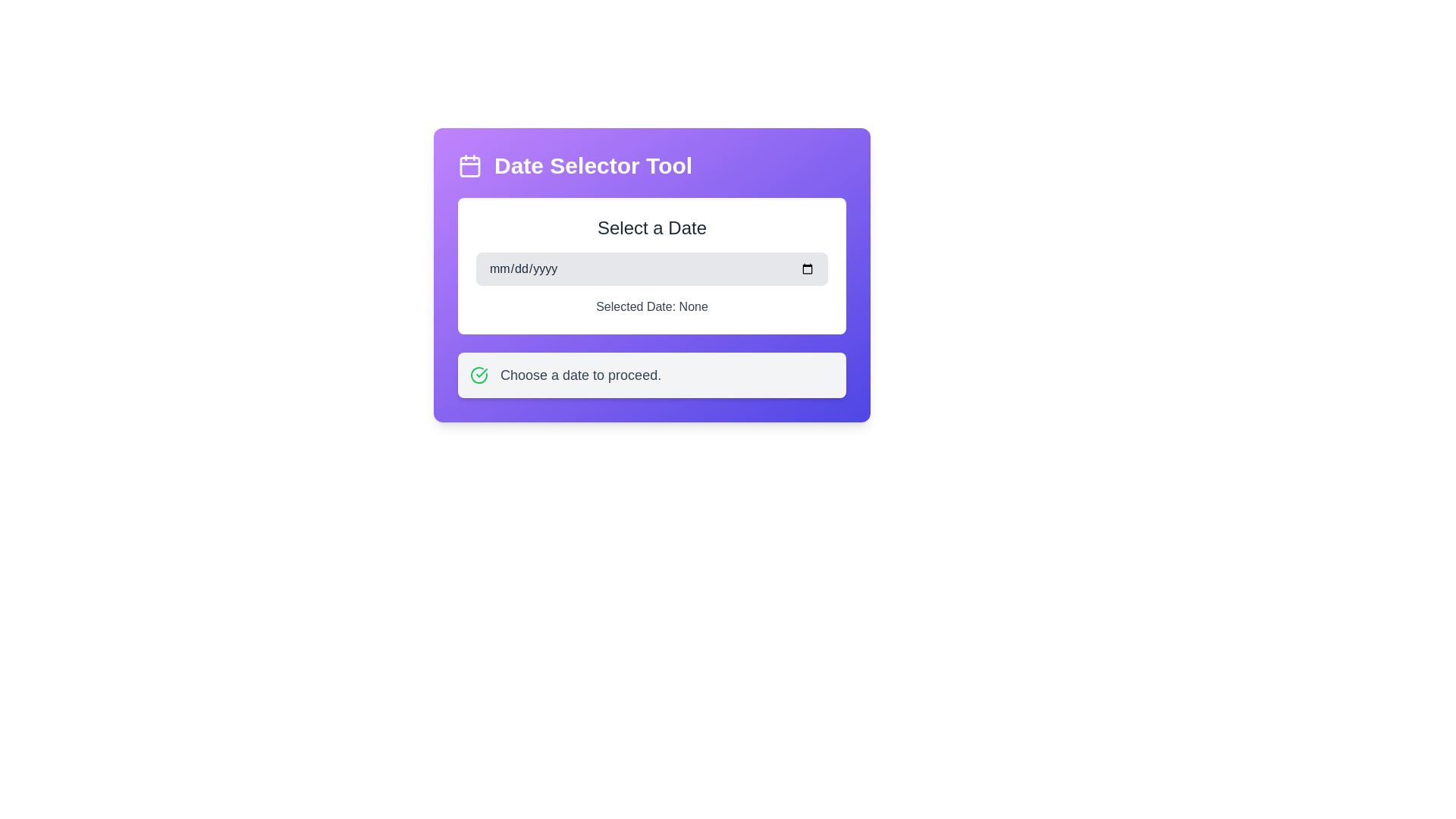 This screenshot has width=1456, height=819. Describe the element at coordinates (651, 284) in the screenshot. I see `the text label displaying 'Selected Date: None', which is located below the date picker input field` at that location.